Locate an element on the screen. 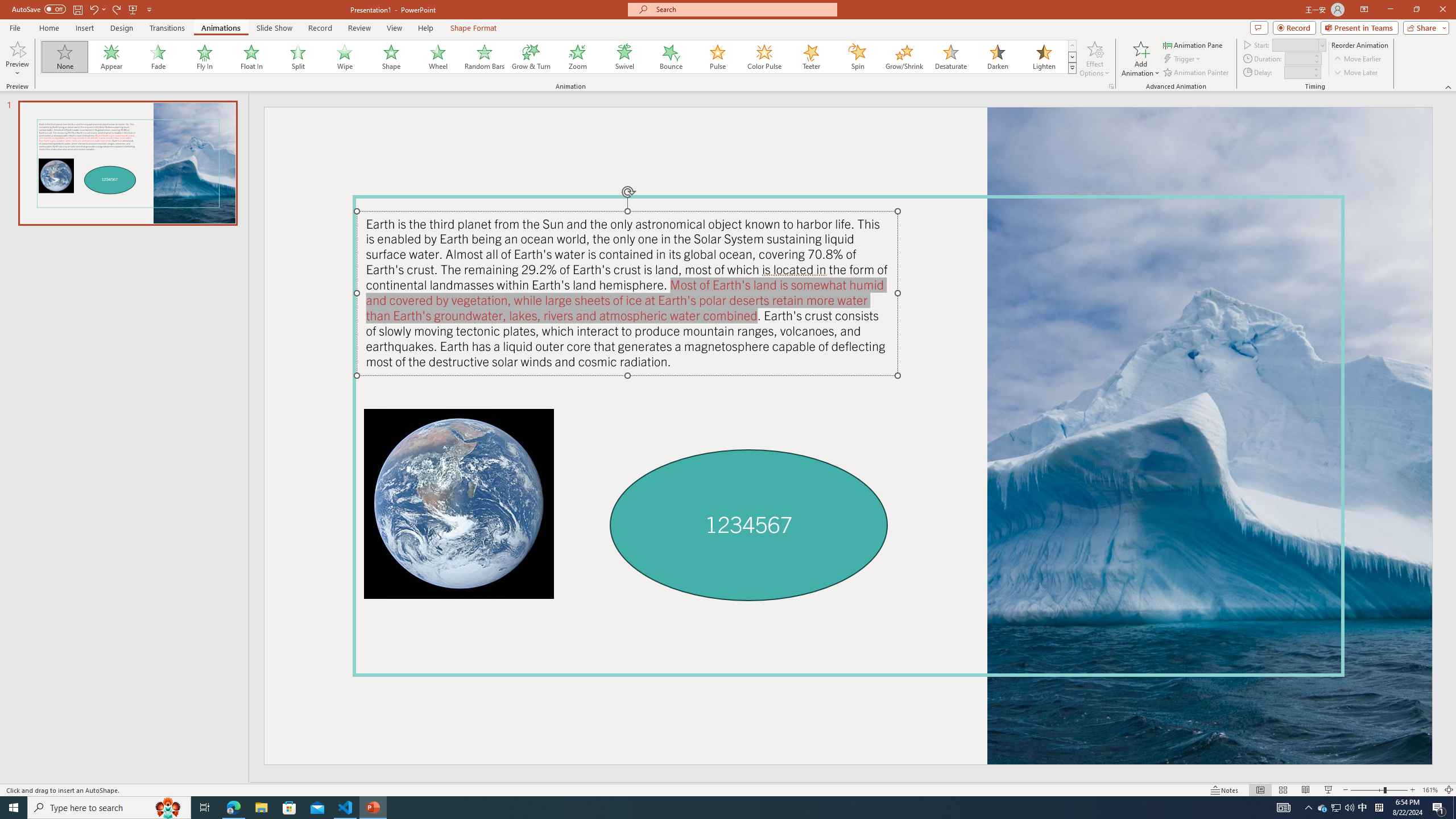 The width and height of the screenshot is (1456, 819). 'Preview' is located at coordinates (16, 48).